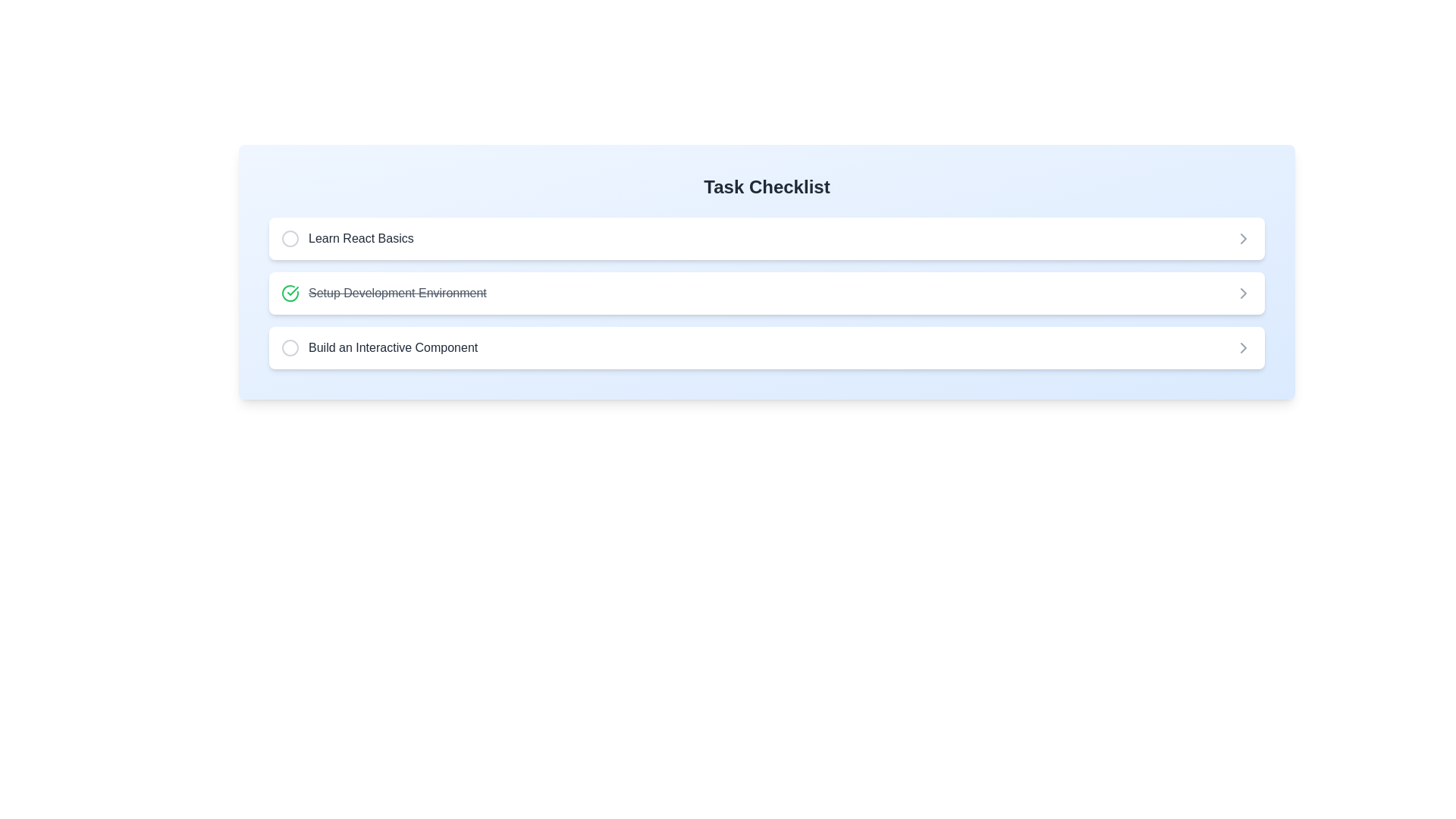 The height and width of the screenshot is (819, 1456). Describe the element at coordinates (290, 239) in the screenshot. I see `the Circle Icon styled with a gray outline, located to the left of the text 'Learn React Basics'` at that location.